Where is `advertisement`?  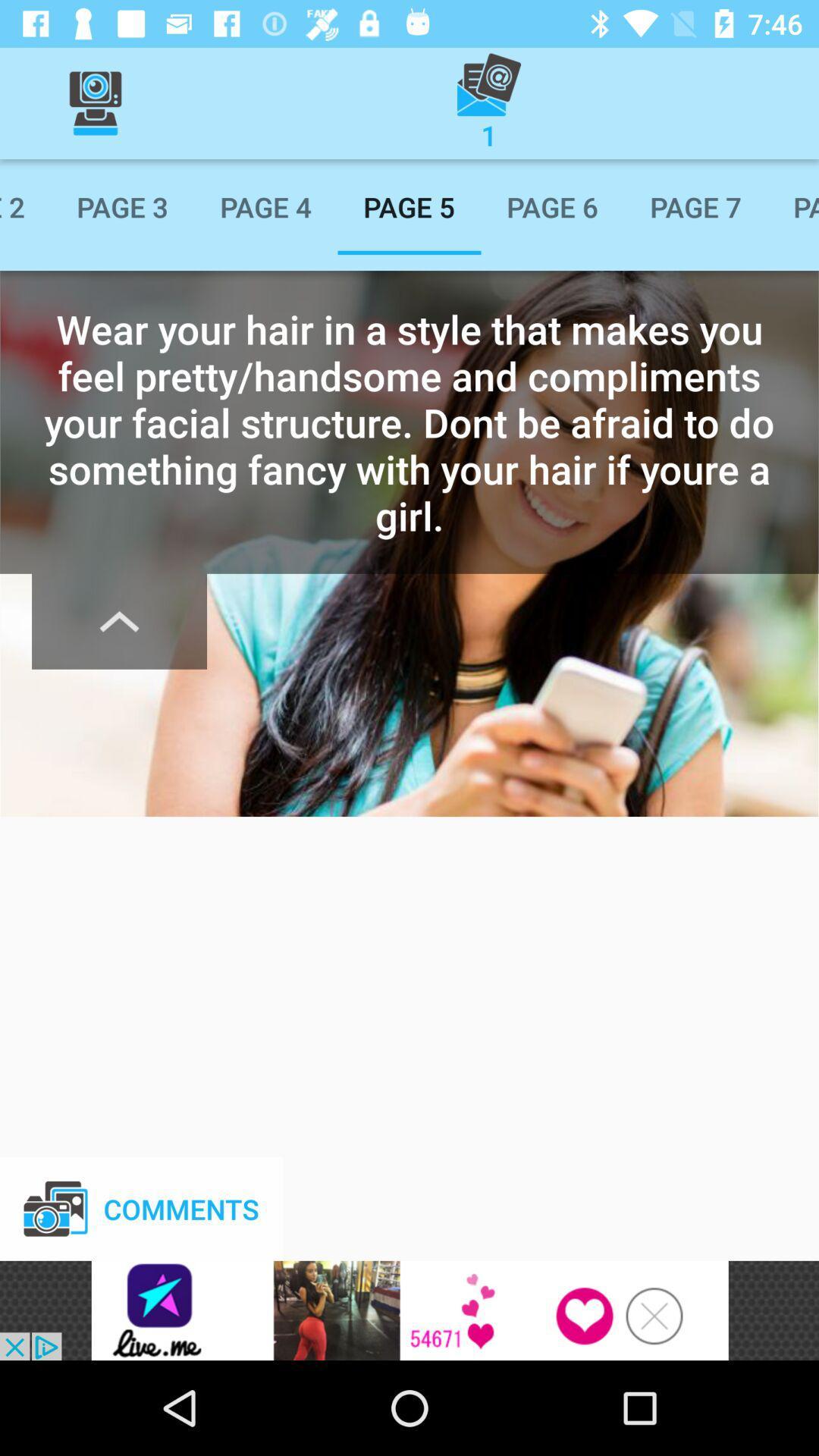 advertisement is located at coordinates (409, 1310).